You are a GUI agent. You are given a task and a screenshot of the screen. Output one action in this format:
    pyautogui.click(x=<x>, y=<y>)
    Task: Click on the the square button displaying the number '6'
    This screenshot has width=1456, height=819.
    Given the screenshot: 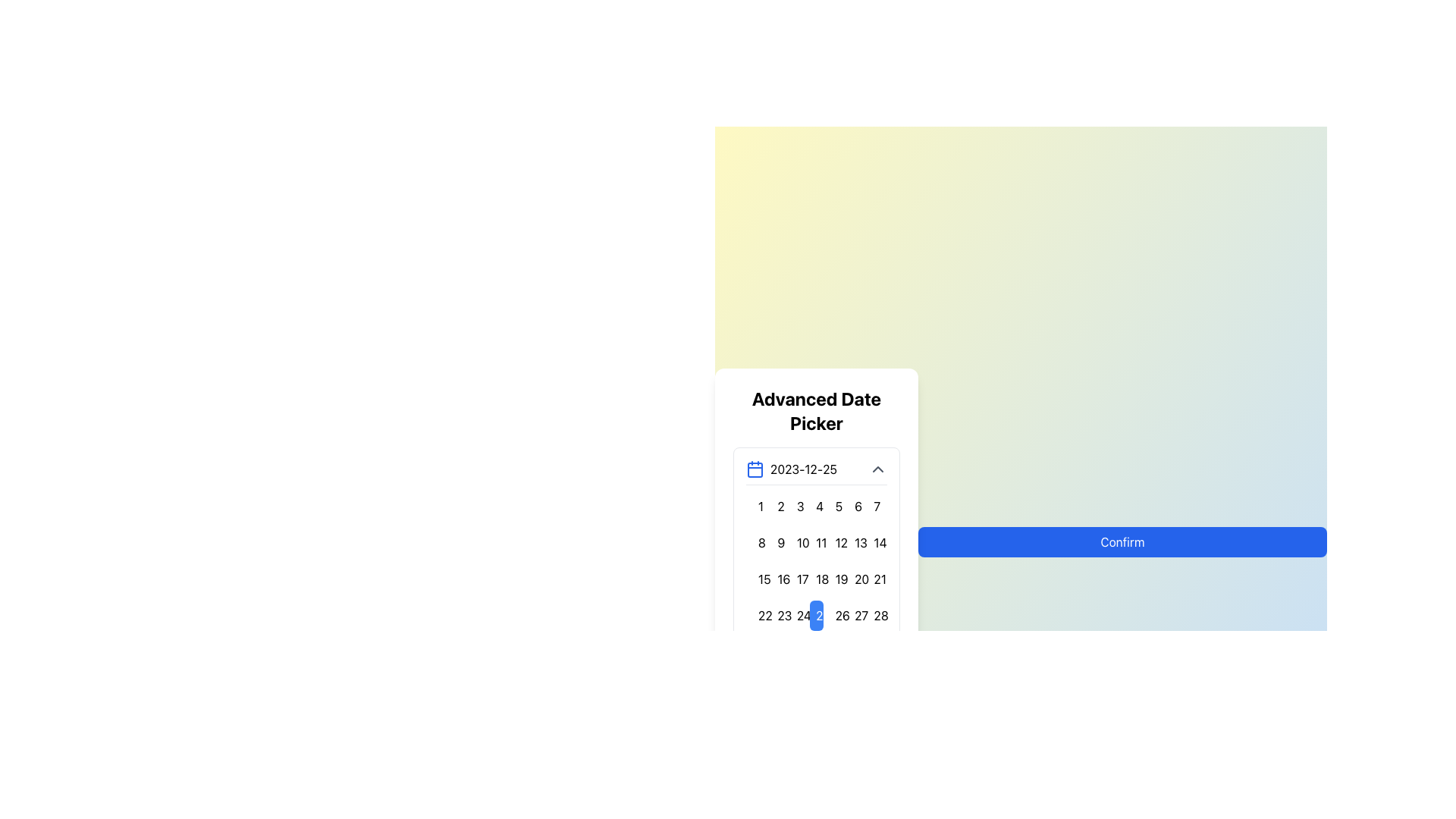 What is the action you would take?
    pyautogui.click(x=855, y=506)
    